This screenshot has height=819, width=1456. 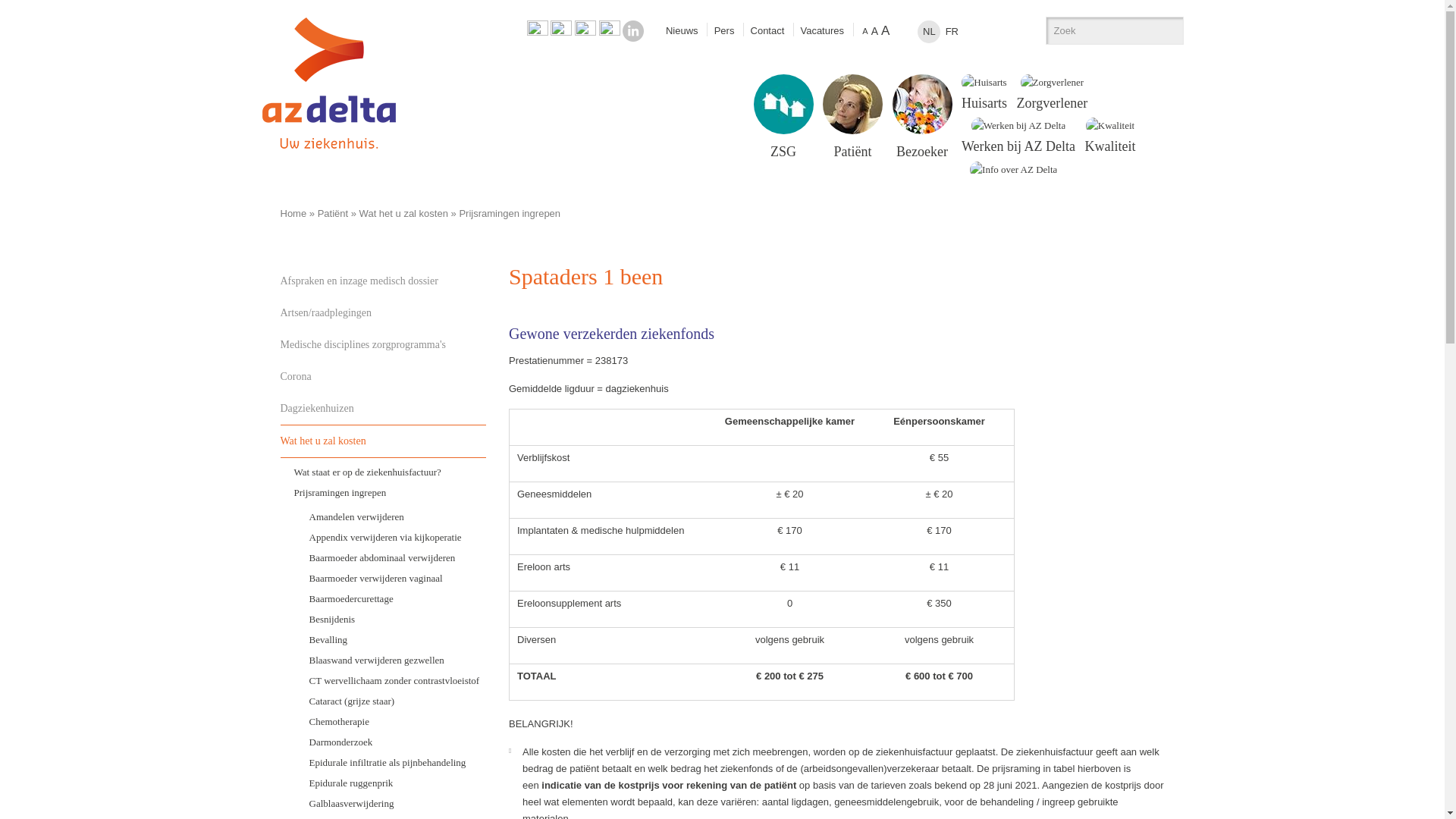 I want to click on 'Corona', so click(x=280, y=376).